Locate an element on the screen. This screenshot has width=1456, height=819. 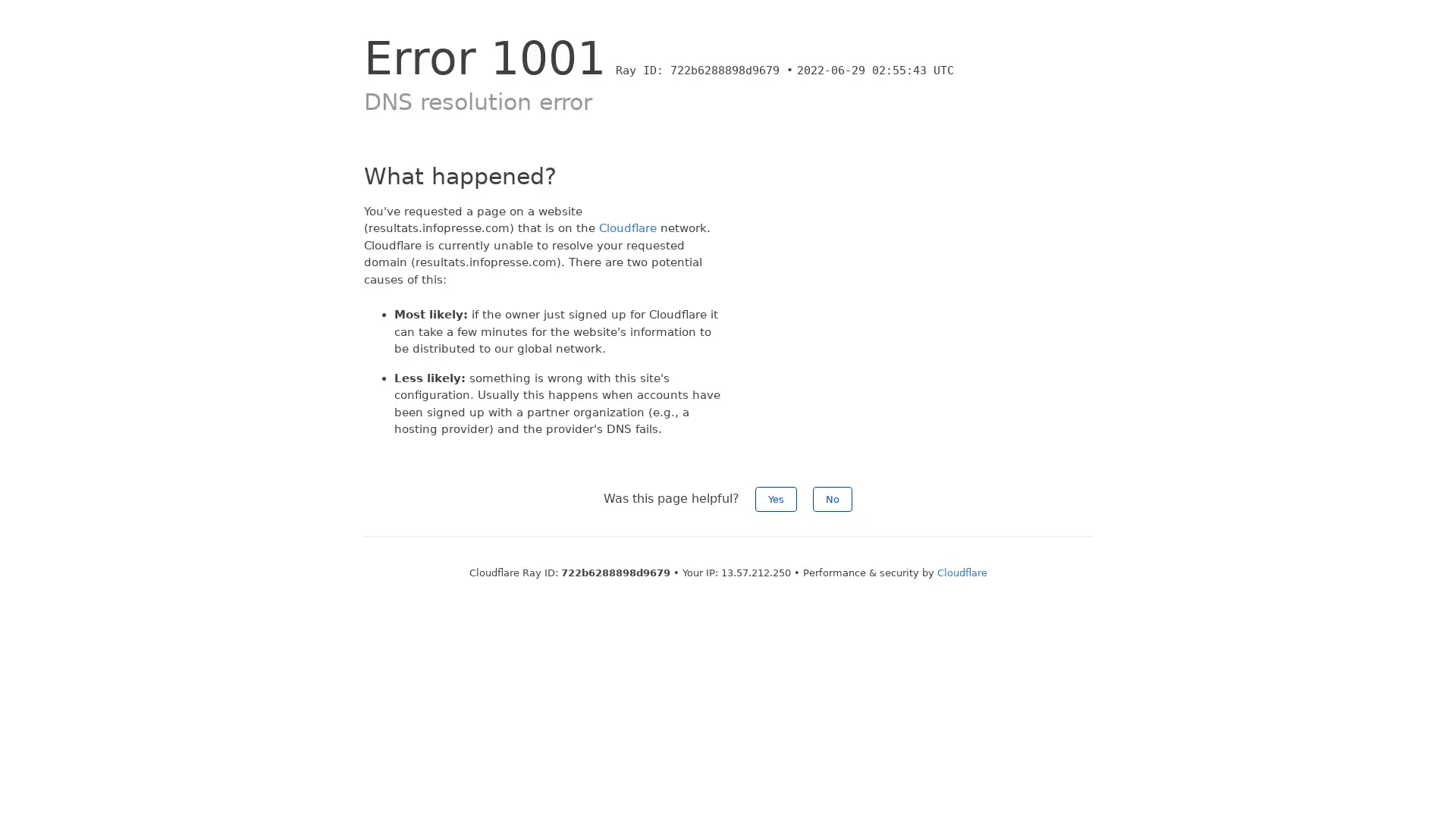
No is located at coordinates (832, 498).